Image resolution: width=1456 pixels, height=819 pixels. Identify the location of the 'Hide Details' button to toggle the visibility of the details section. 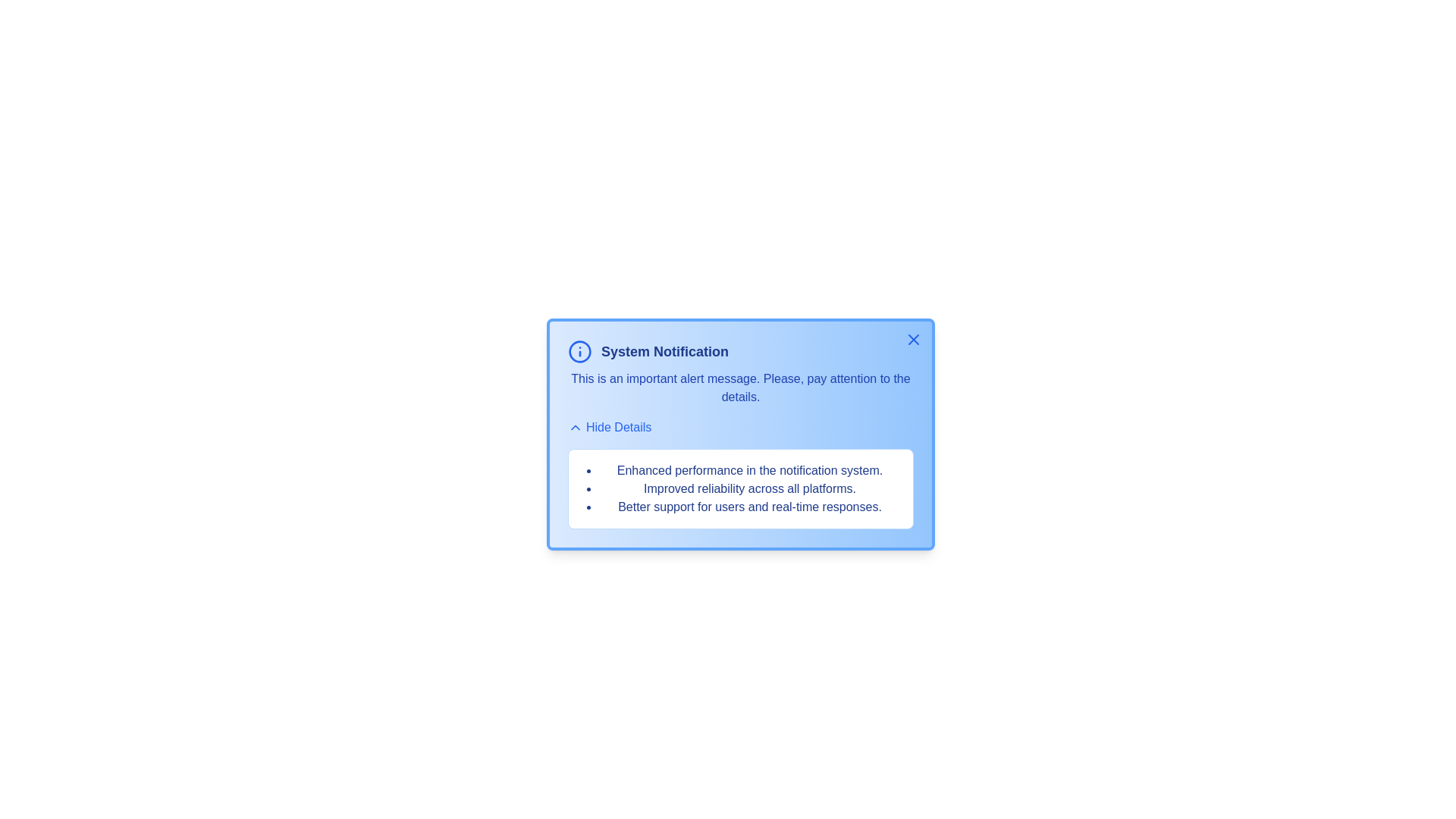
(610, 427).